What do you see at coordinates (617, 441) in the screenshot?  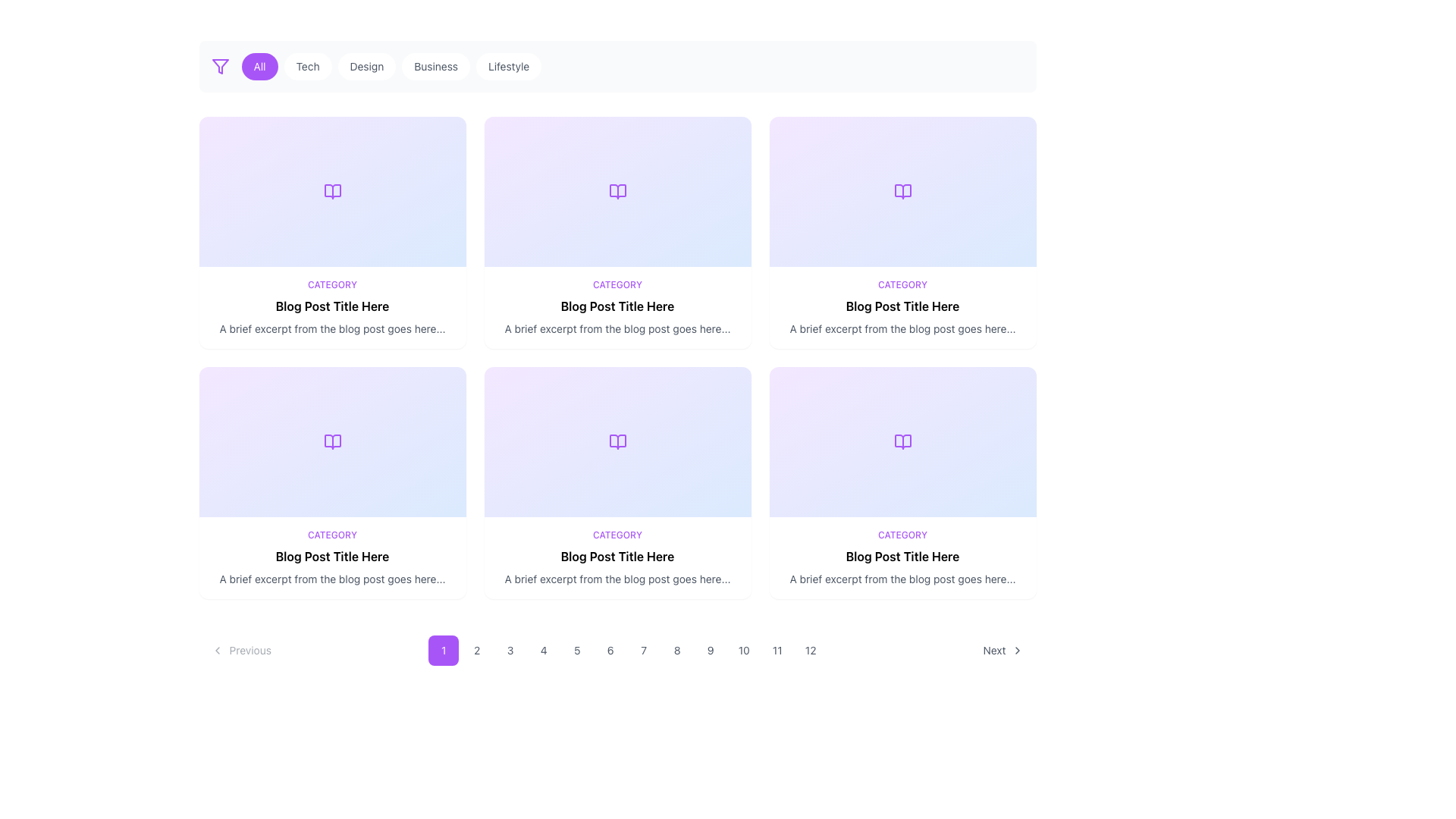 I see `the graphic component that serves as a preview for the associated blog post, located in the second column of the second row of the grid layout` at bounding box center [617, 441].